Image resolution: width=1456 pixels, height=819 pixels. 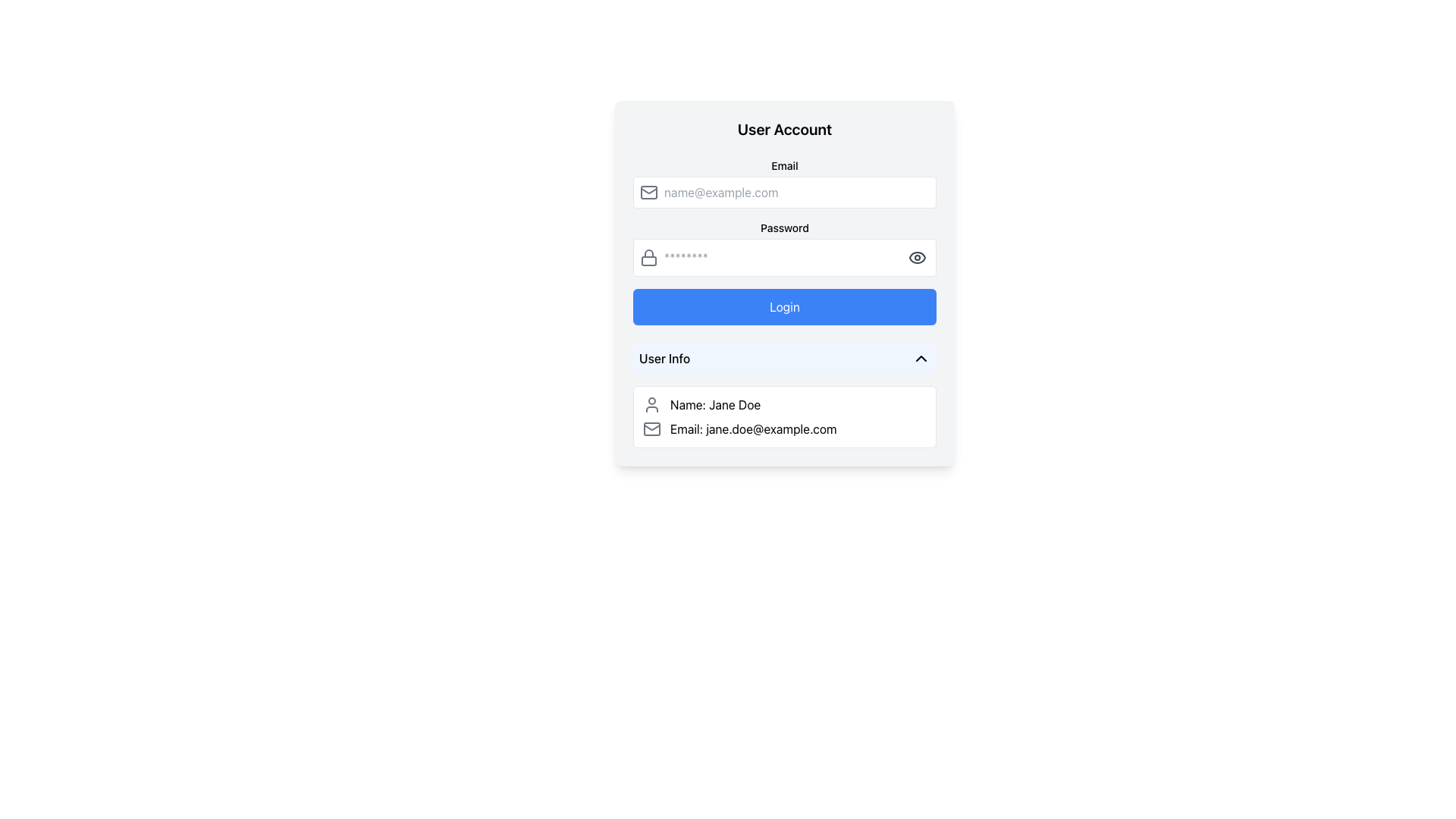 I want to click on the prominently styled 'Login' button with a blue background, so click(x=785, y=307).